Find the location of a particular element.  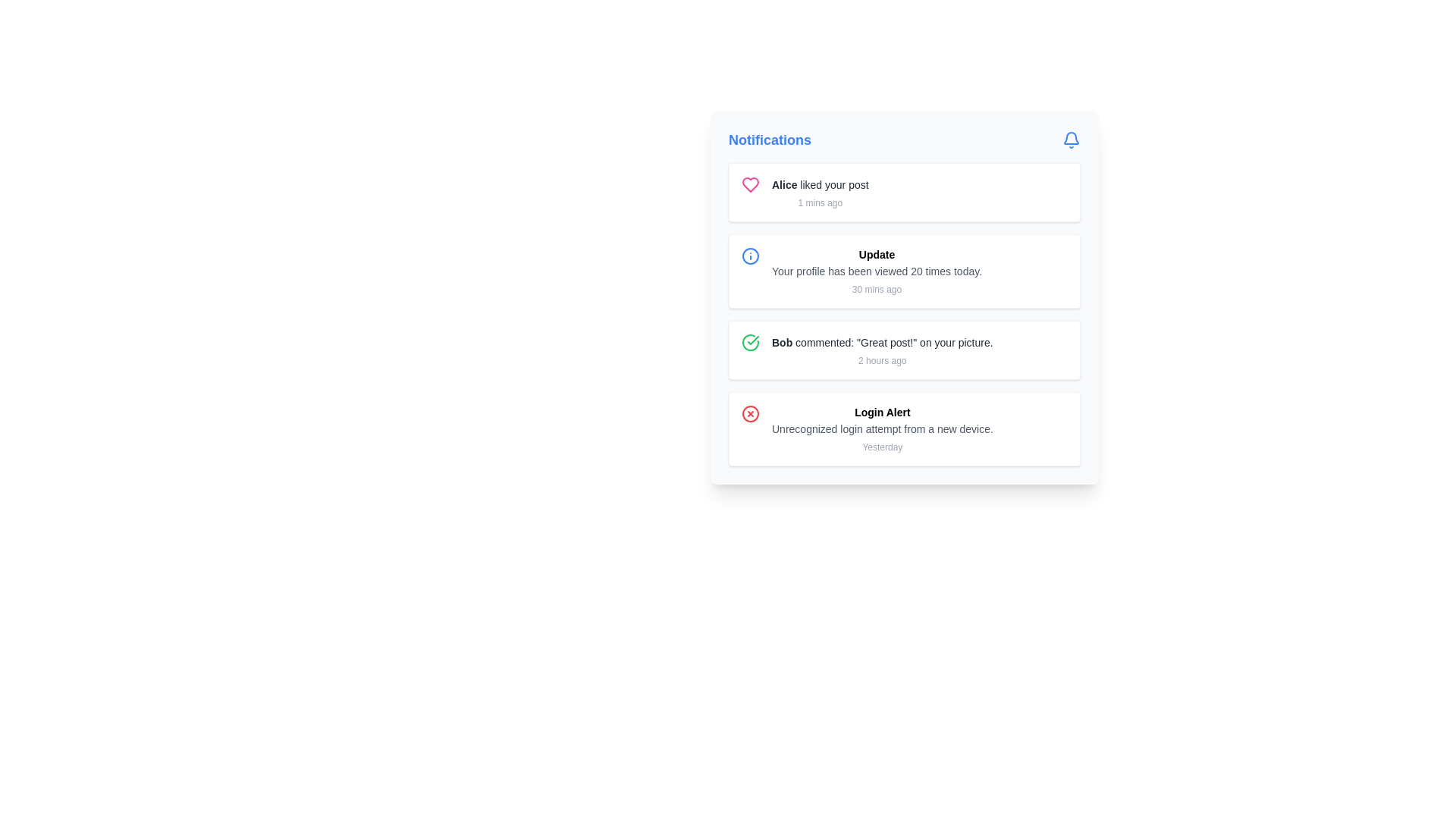

the pink heart-shaped icon located at the top-left corner of the notification card that states 'Alice liked your post 1 mins ago' is located at coordinates (750, 184).